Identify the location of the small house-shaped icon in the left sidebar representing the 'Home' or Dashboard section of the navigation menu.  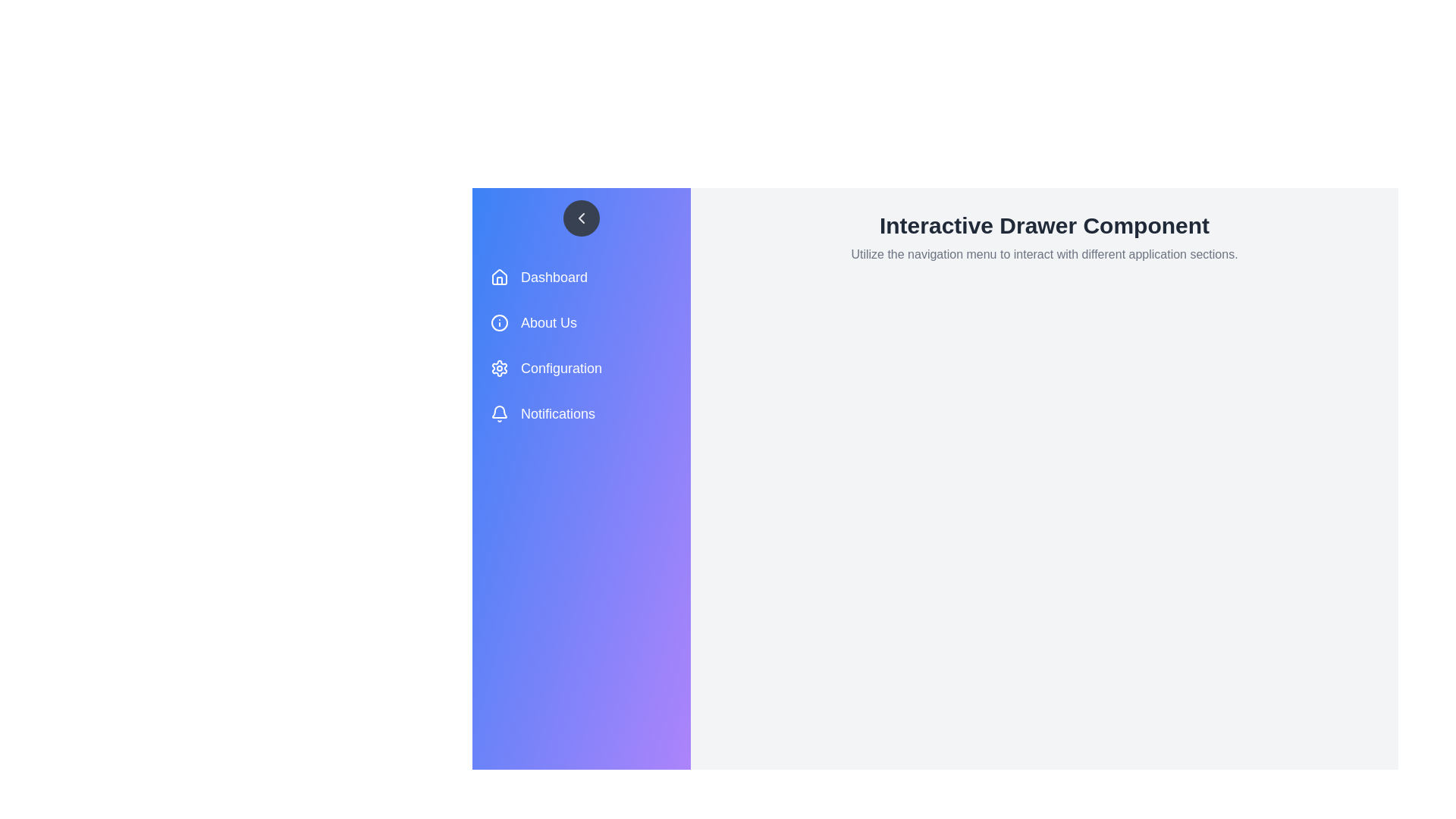
(499, 277).